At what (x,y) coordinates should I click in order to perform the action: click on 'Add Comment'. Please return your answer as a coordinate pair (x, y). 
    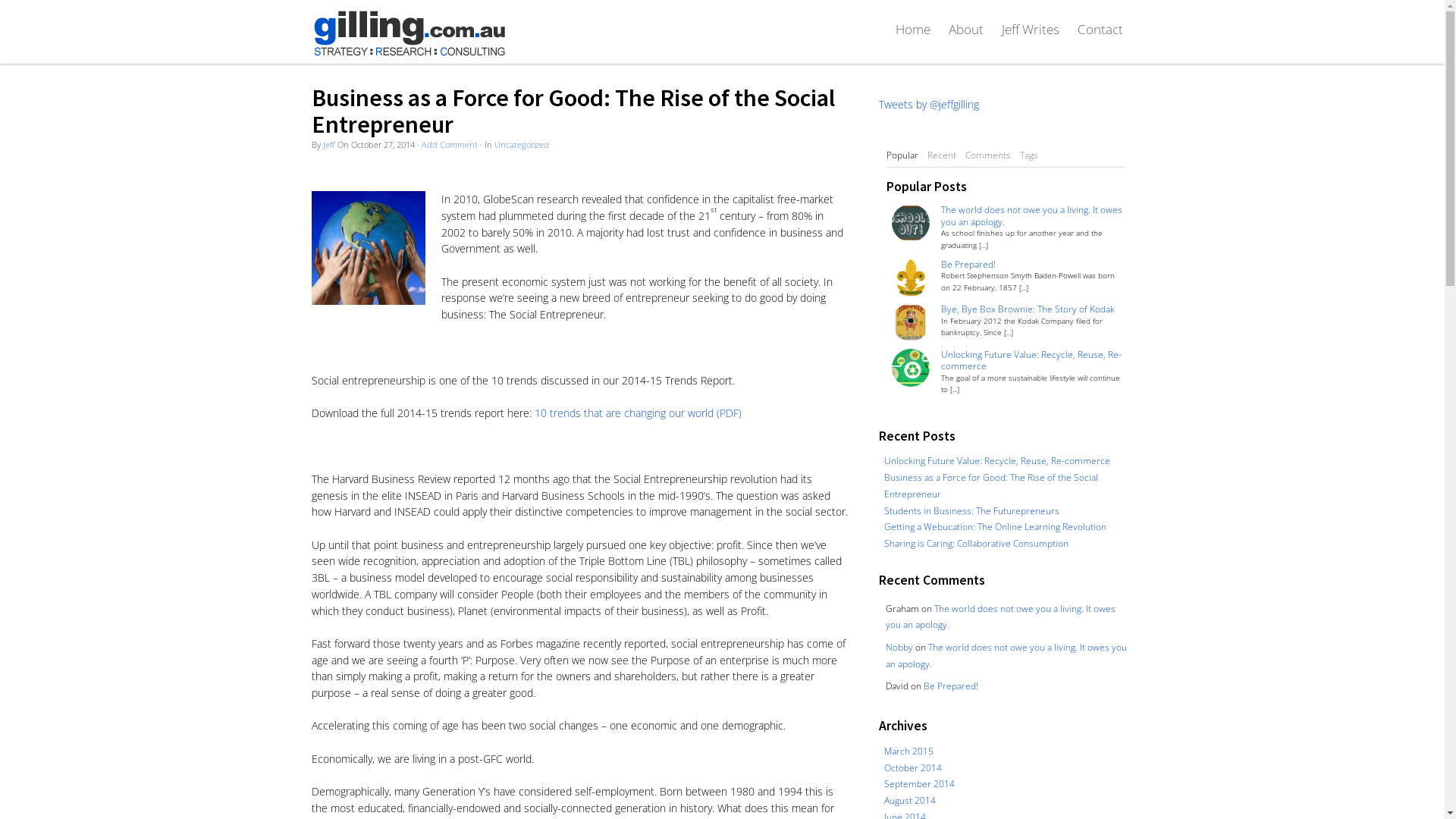
    Looking at the image, I should click on (449, 144).